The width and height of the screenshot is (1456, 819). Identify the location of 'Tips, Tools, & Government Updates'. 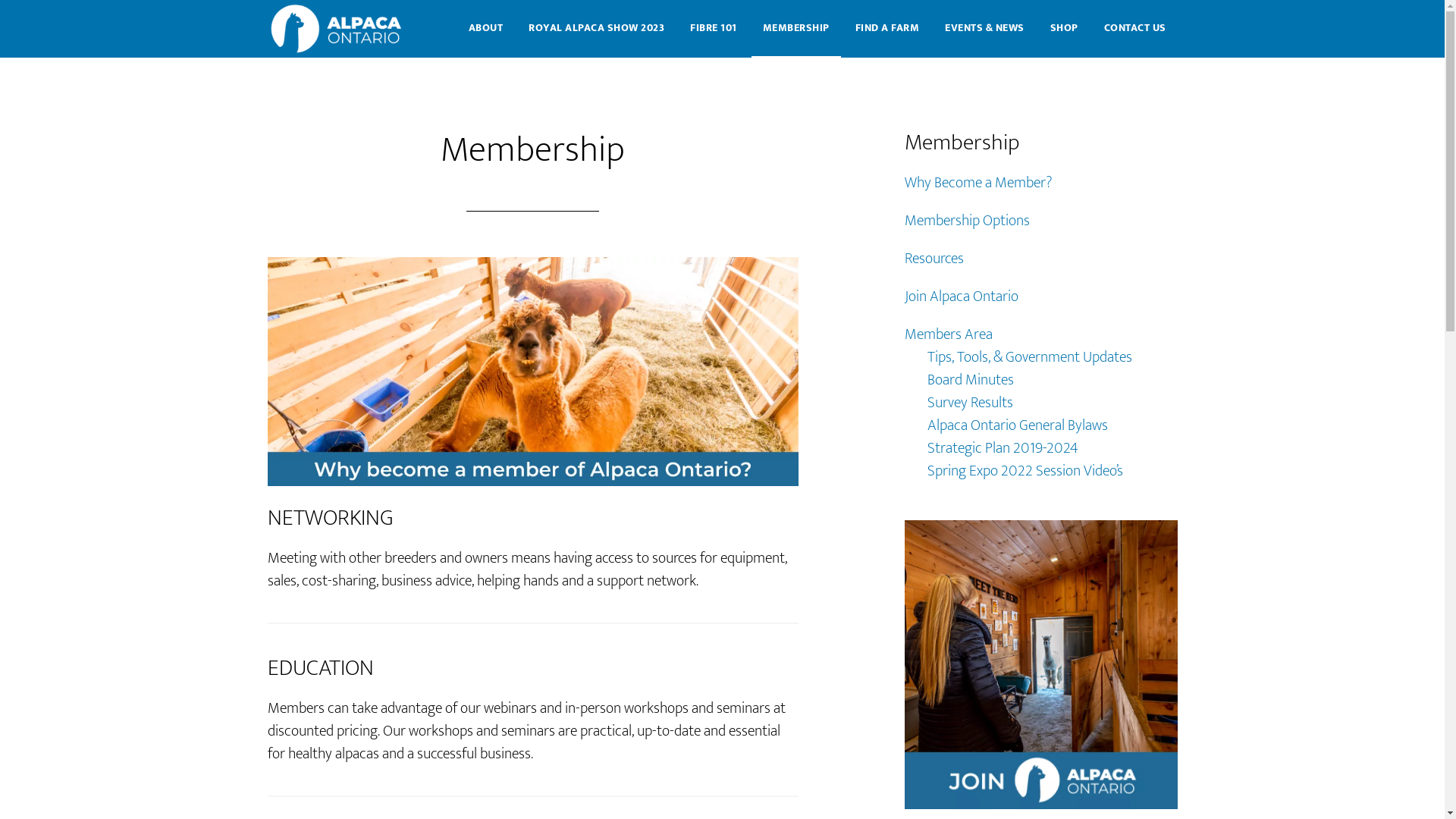
(1029, 356).